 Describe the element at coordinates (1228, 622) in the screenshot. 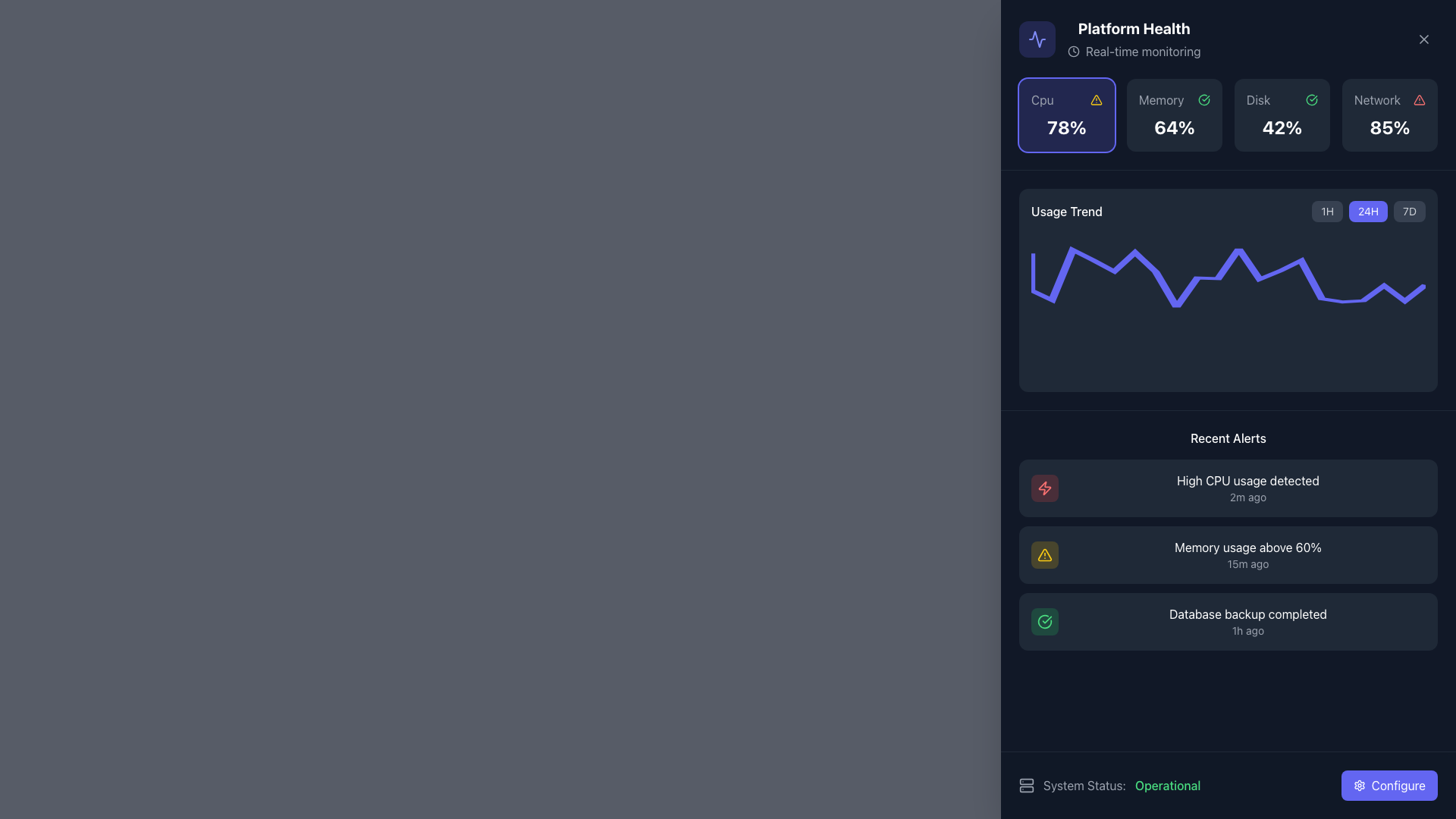

I see `the Notification card element that displays the completed database backup operation in the 'Recent Alerts' section` at that location.